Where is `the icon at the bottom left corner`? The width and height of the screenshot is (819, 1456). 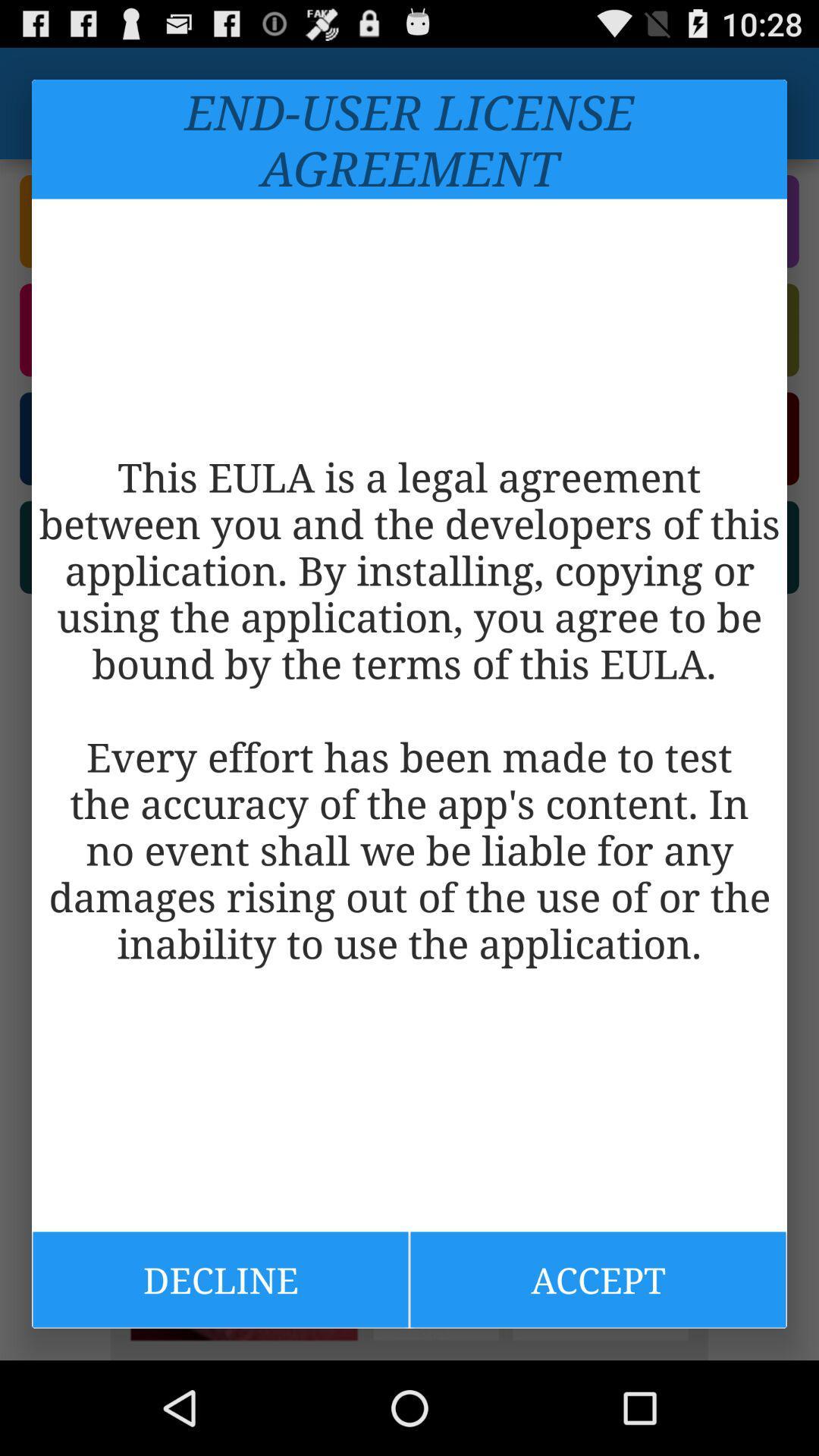 the icon at the bottom left corner is located at coordinates (220, 1279).